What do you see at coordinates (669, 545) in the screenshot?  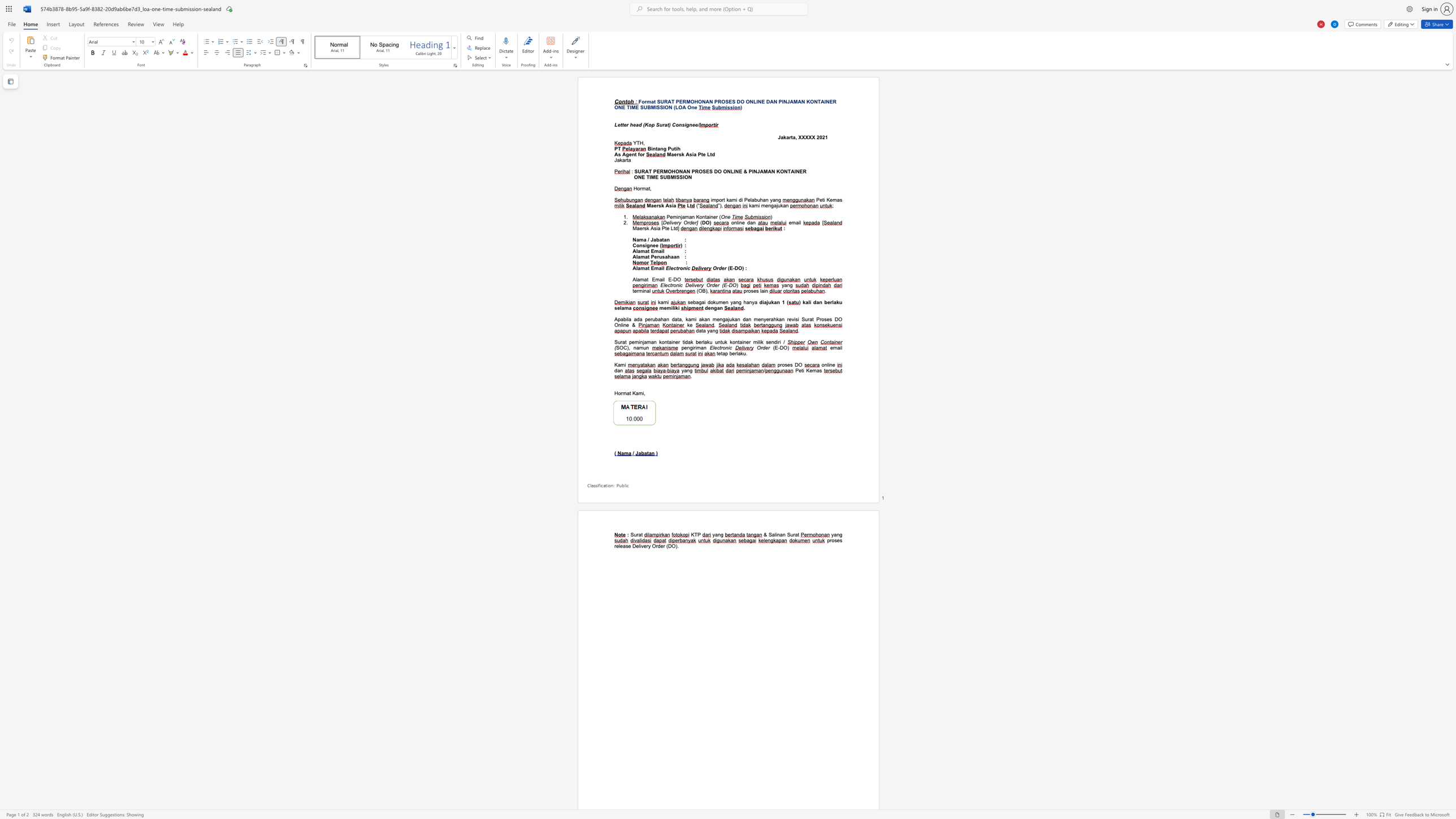 I see `the space between the continuous character "(" and "D" in the text` at bounding box center [669, 545].